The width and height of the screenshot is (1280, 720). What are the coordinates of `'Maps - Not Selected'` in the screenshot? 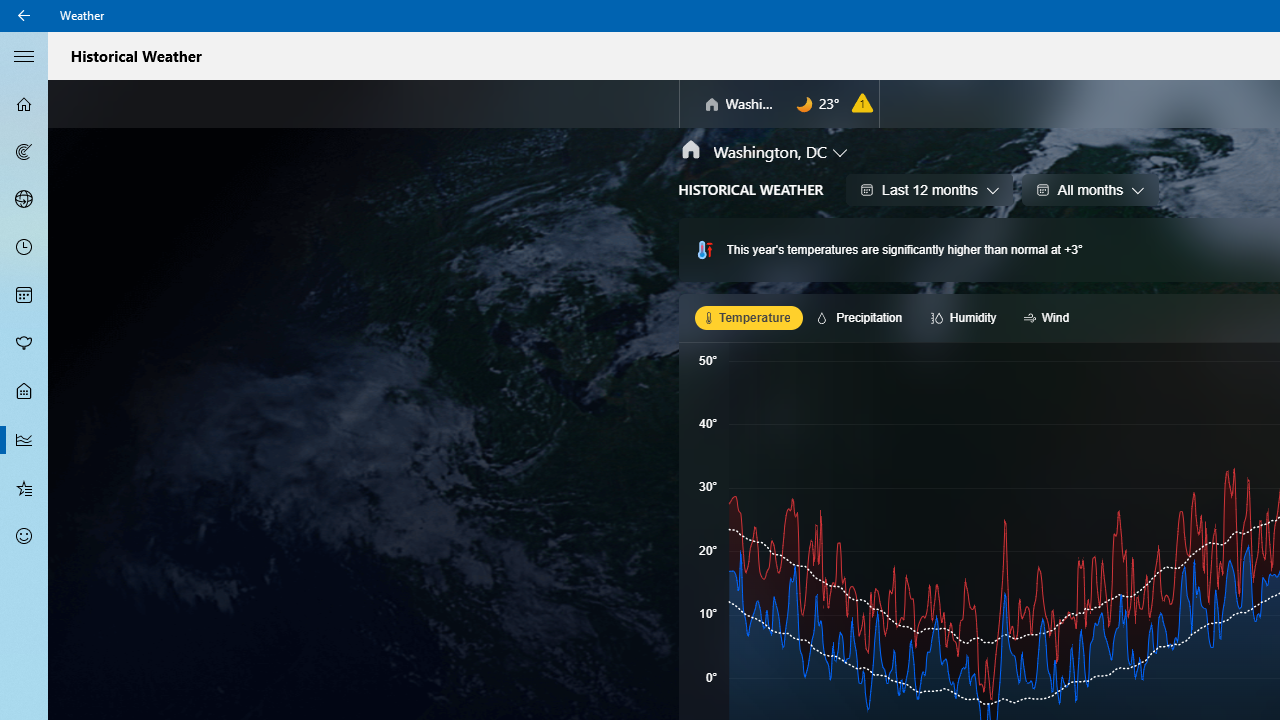 It's located at (24, 150).